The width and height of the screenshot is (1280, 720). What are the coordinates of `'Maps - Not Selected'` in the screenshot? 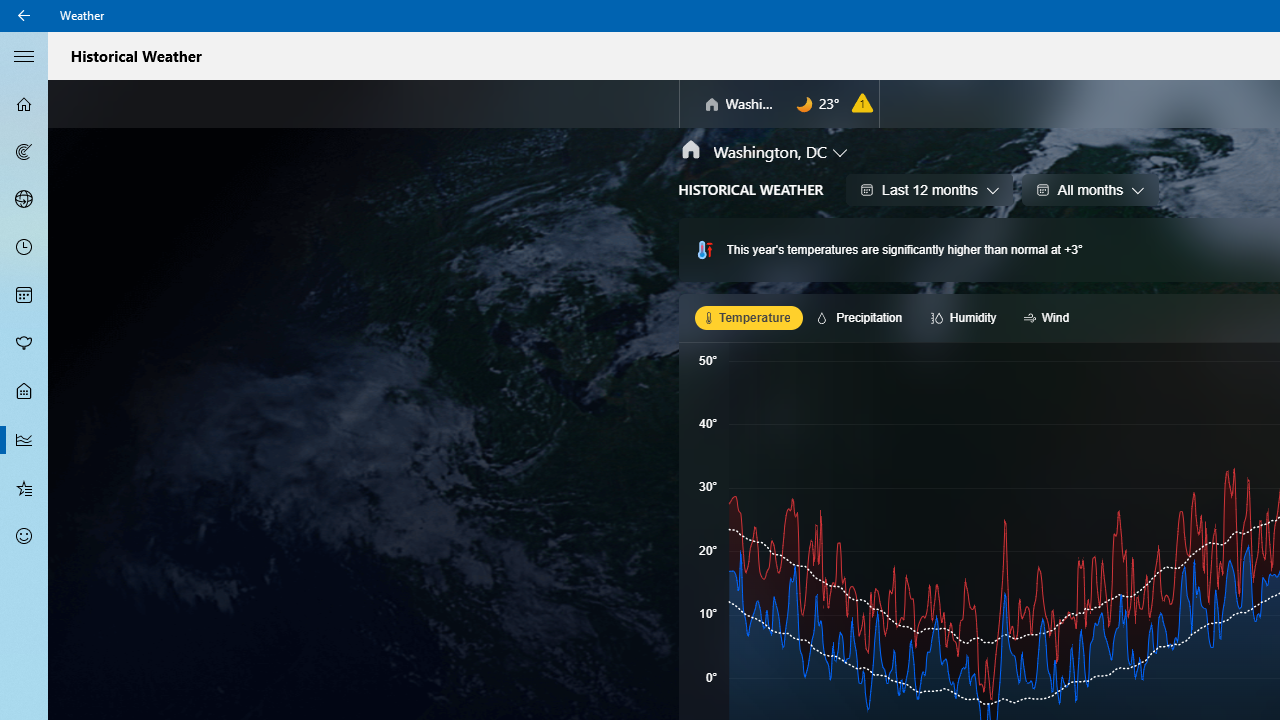 It's located at (24, 150).